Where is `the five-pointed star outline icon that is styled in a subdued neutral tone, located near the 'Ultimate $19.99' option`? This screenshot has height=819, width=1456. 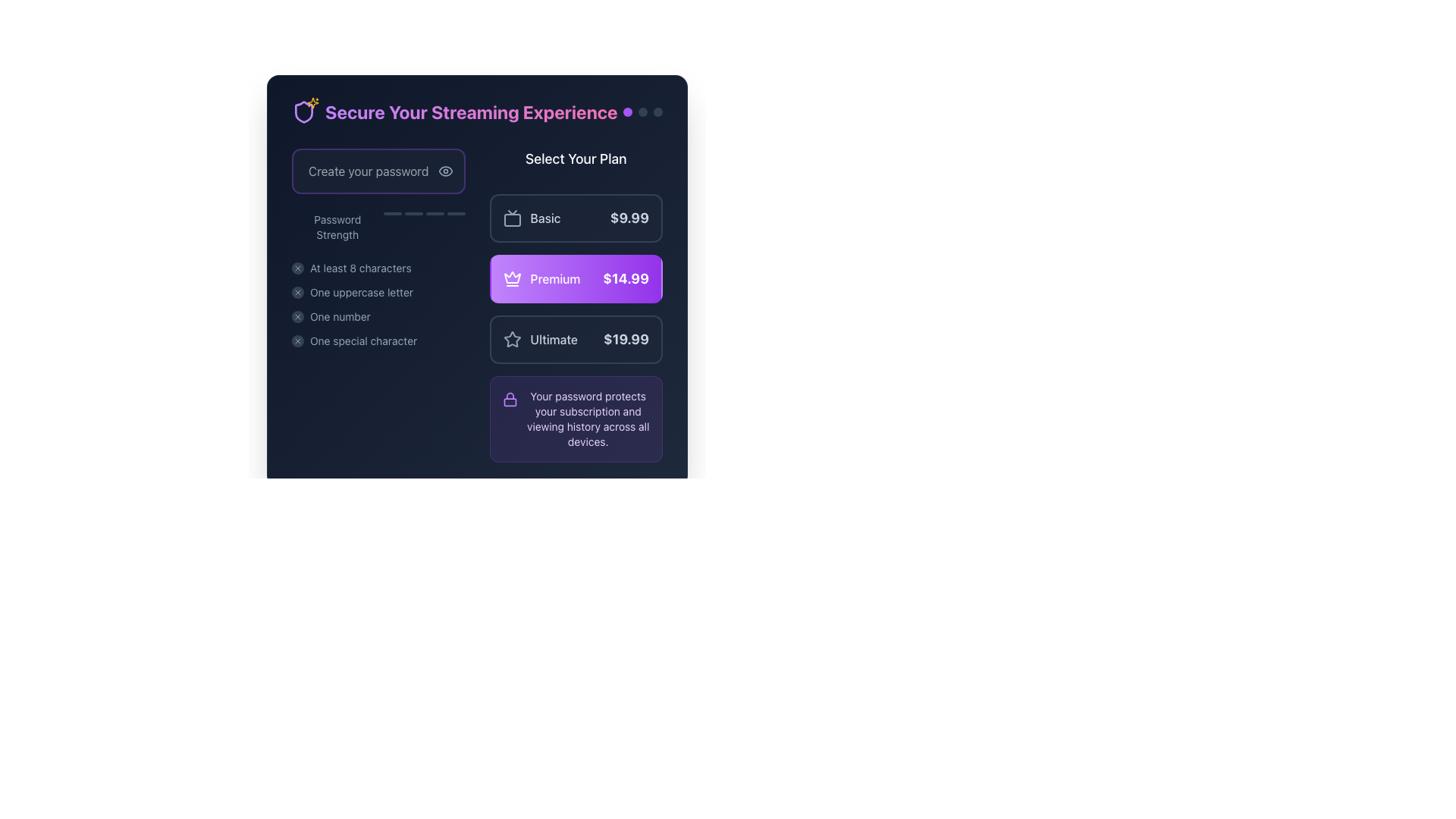 the five-pointed star outline icon that is styled in a subdued neutral tone, located near the 'Ultimate $19.99' option is located at coordinates (512, 338).